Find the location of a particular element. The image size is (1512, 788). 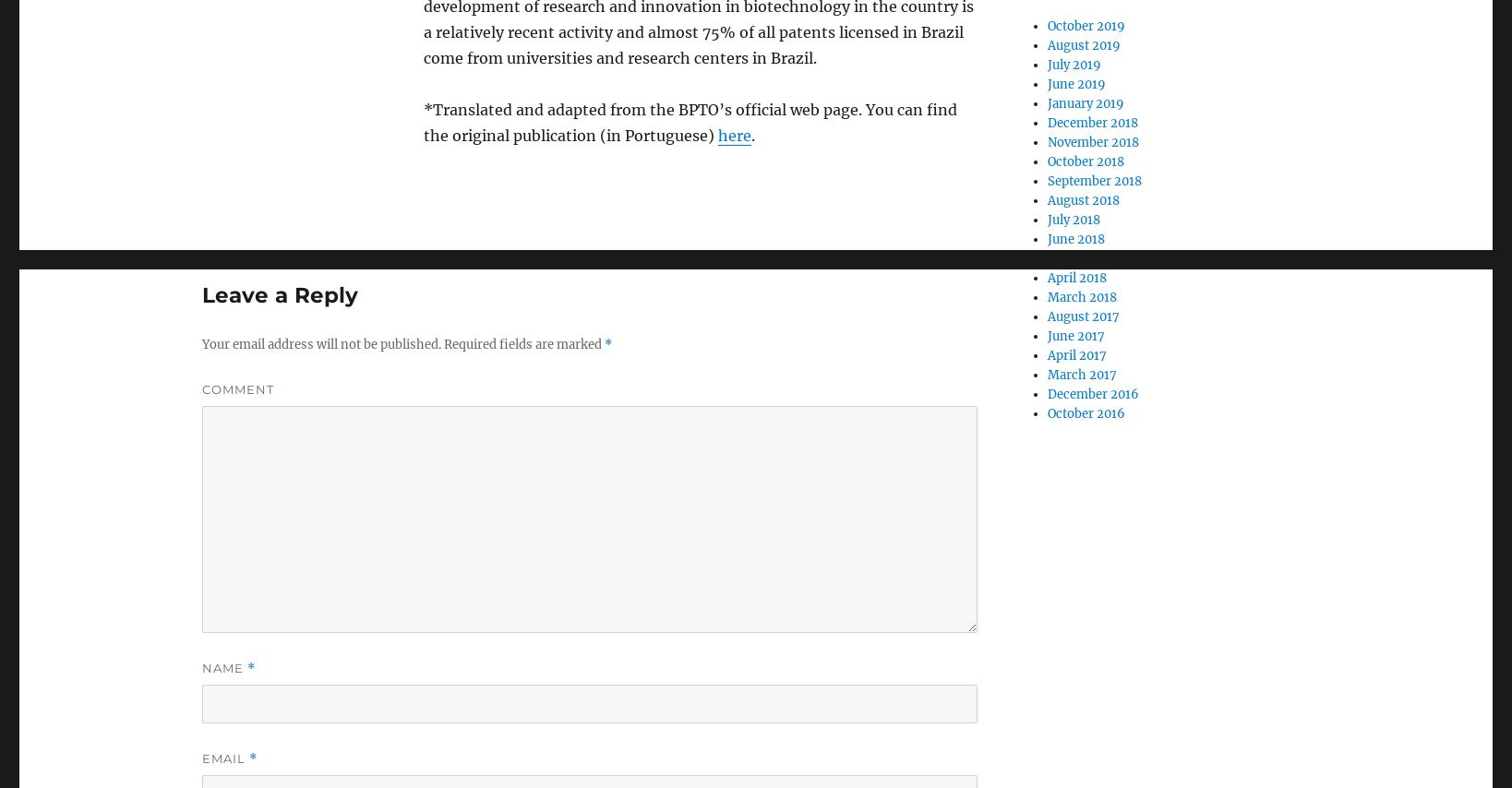

'Name' is located at coordinates (223, 668).